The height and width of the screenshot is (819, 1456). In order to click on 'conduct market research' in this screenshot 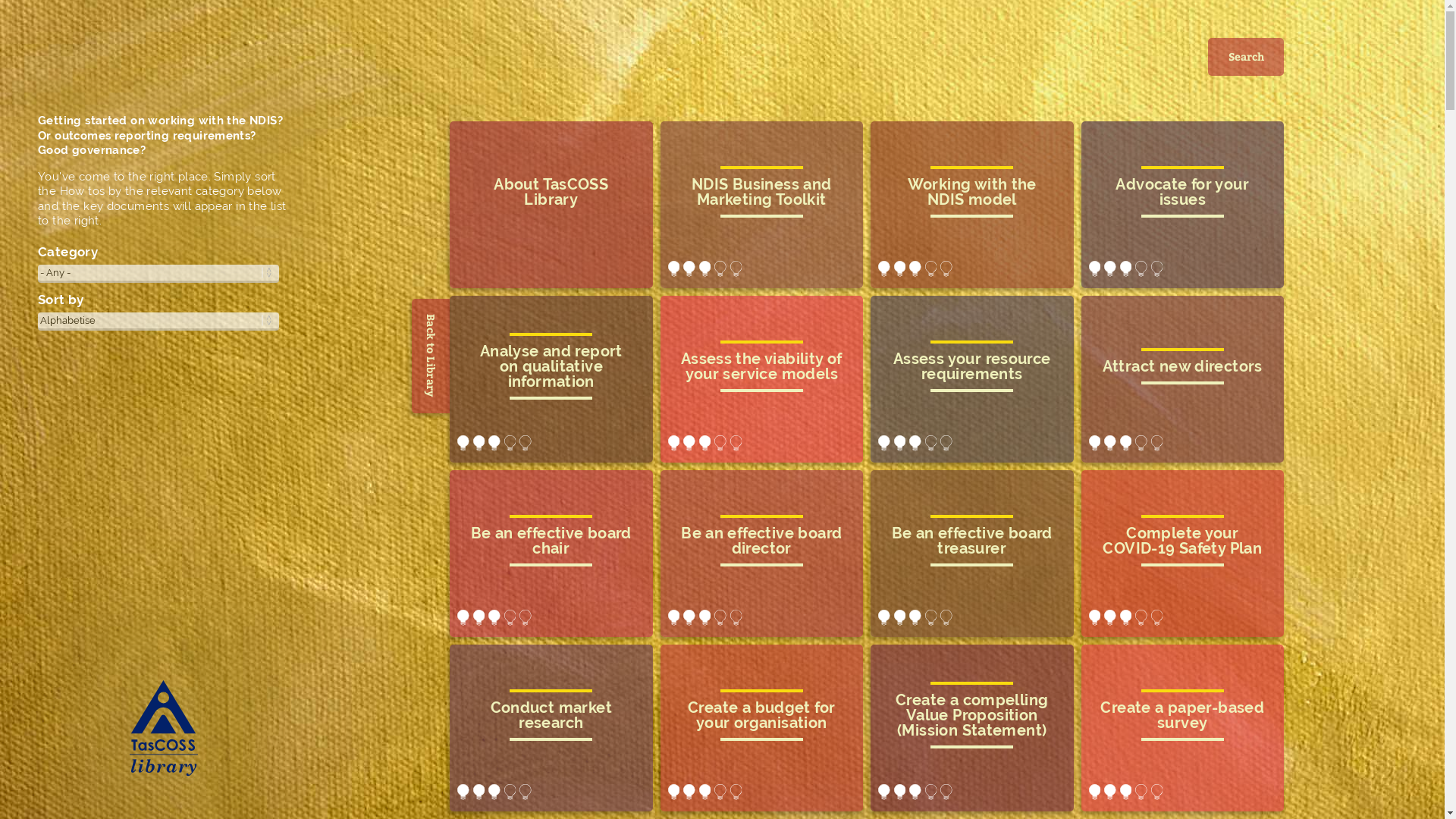, I will do `click(550, 727)`.